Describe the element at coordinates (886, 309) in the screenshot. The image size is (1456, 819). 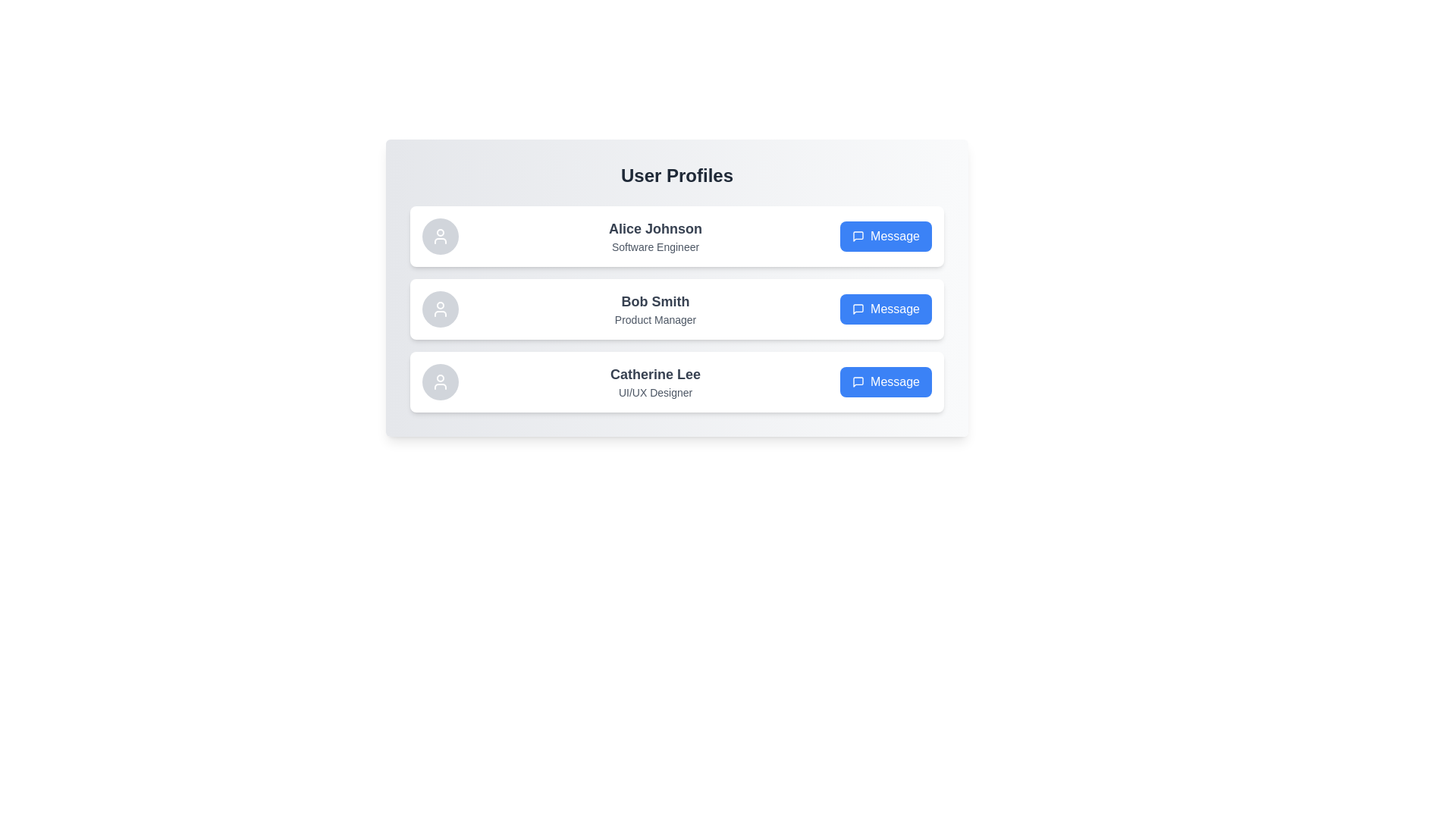
I see `the 'Message' button for Bob Smith` at that location.